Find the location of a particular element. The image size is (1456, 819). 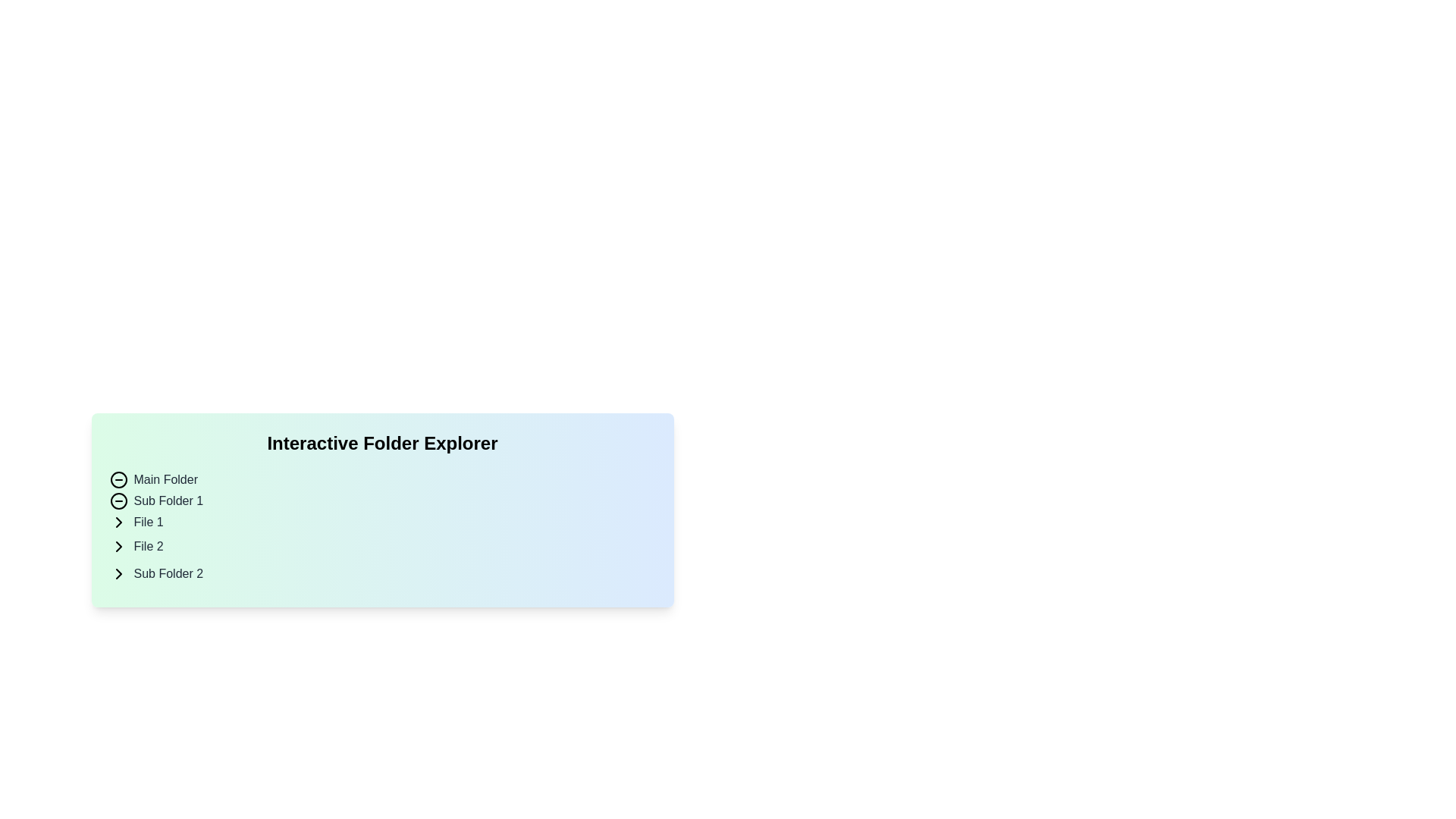

the circular icon with a minus symbol inside, located to the left of the 'Main Folder' label in the file explorer UI is located at coordinates (118, 479).